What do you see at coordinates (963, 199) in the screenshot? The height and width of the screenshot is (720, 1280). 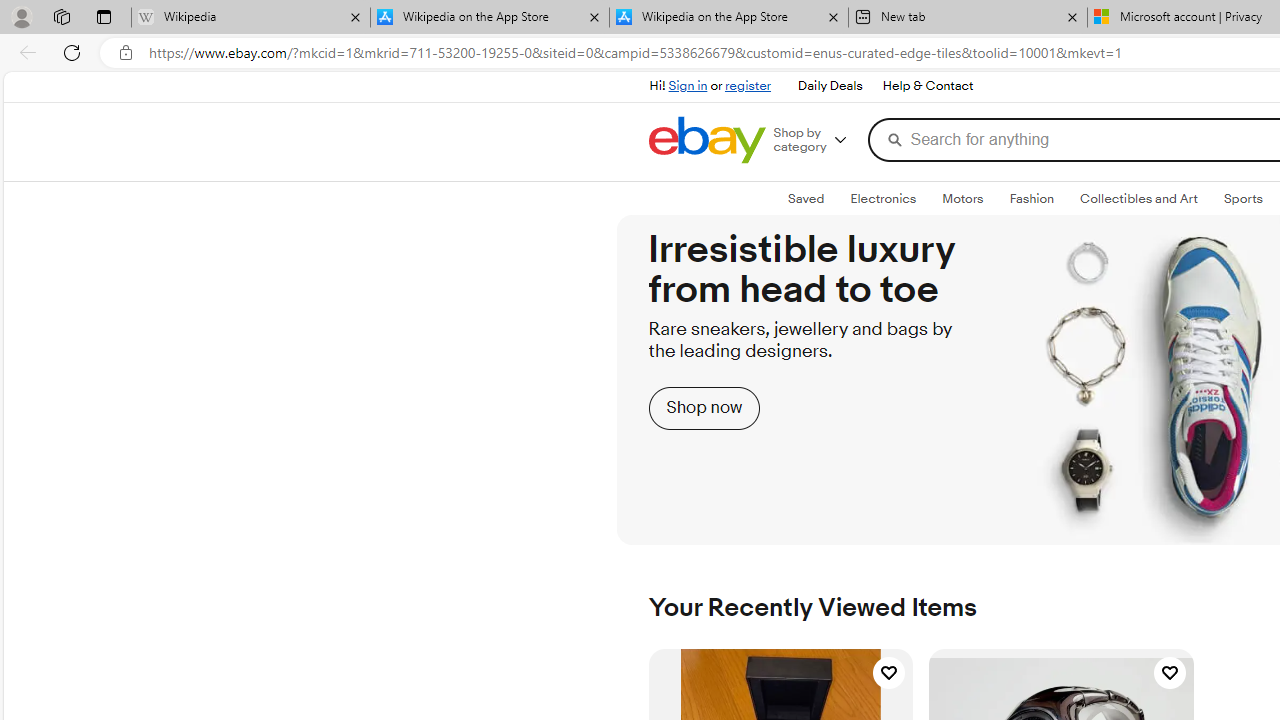 I see `'Motors'` at bounding box center [963, 199].